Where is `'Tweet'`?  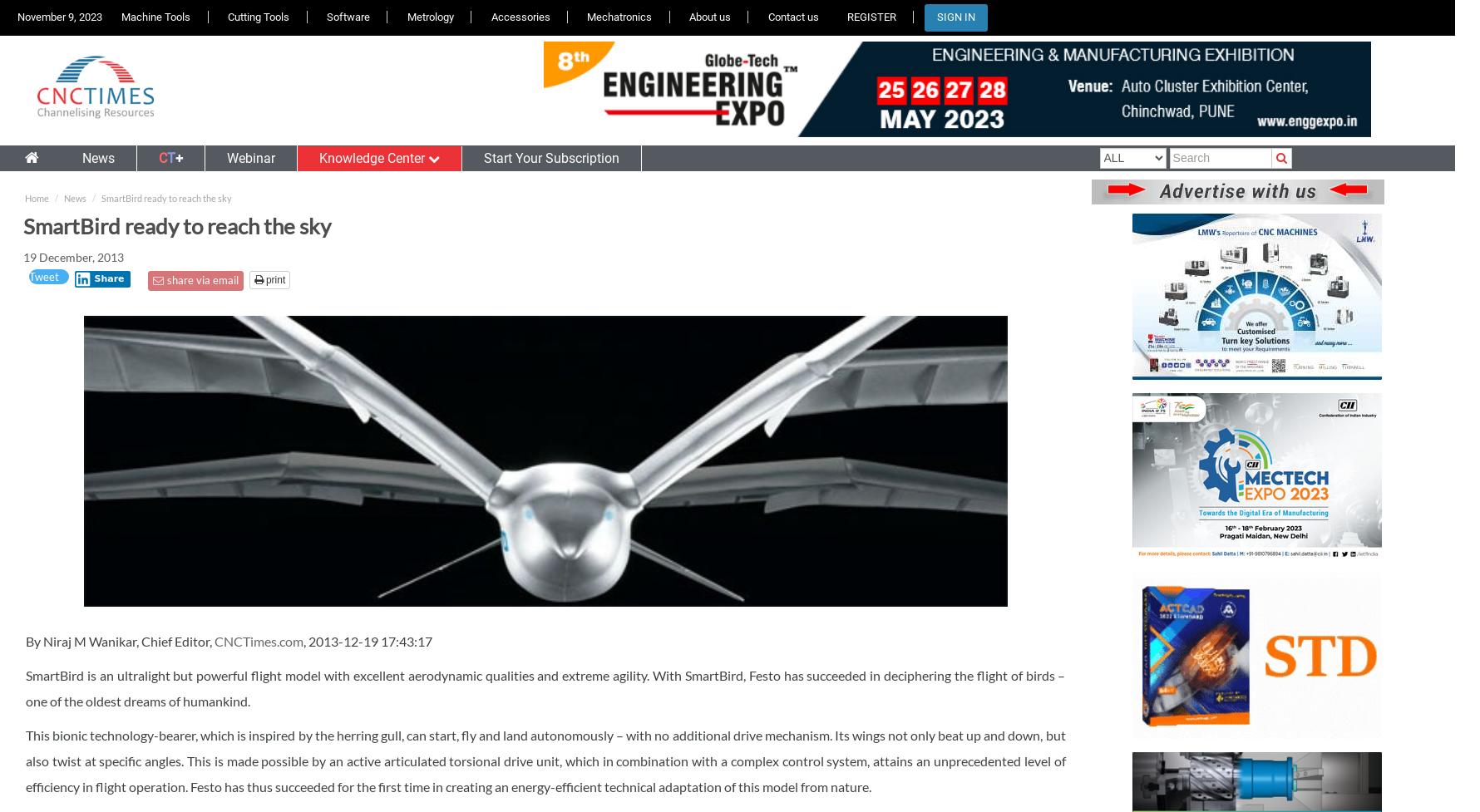
'Tweet' is located at coordinates (44, 276).